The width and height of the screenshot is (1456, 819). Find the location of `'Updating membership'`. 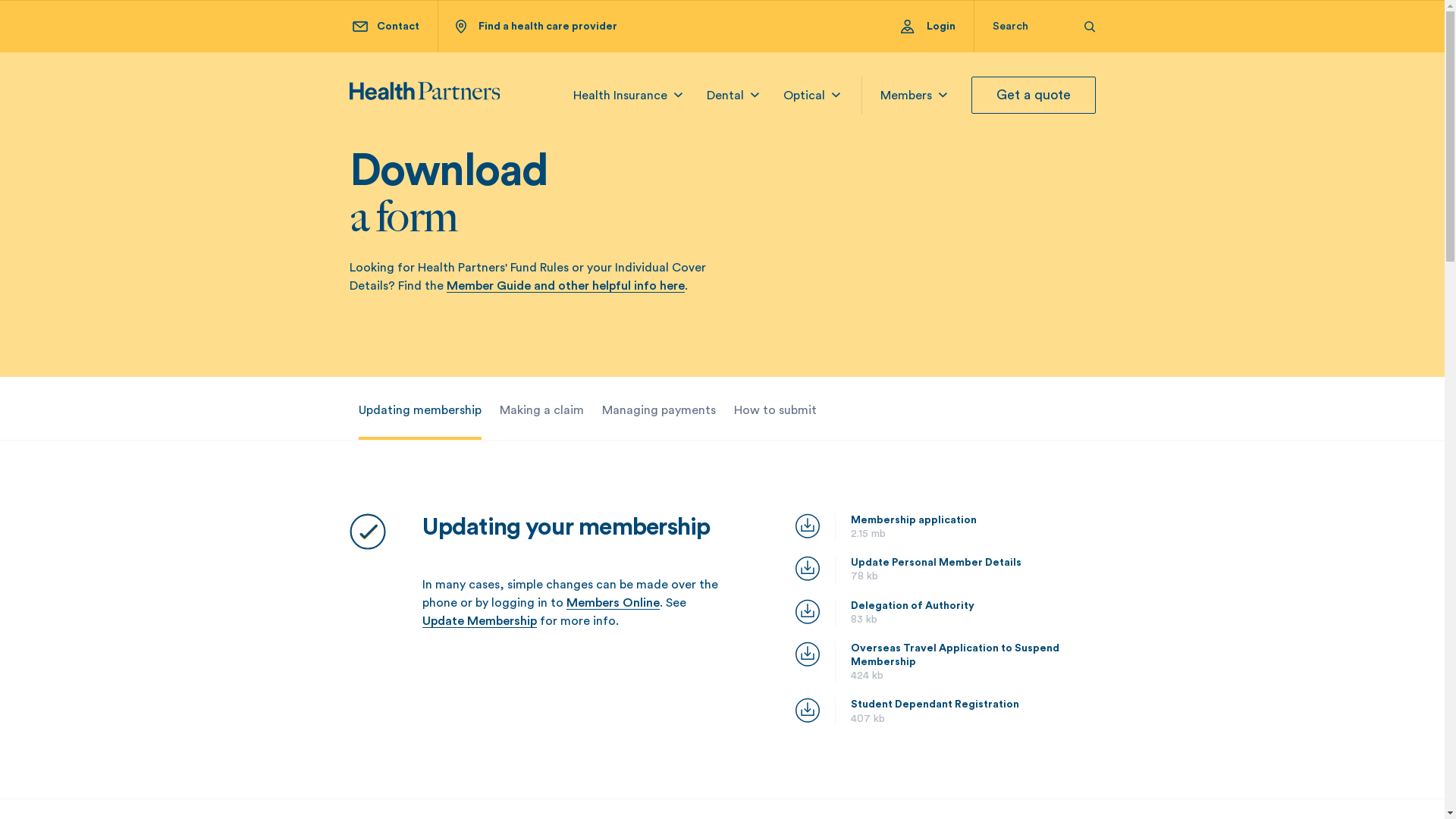

'Updating membership' is located at coordinates (419, 409).